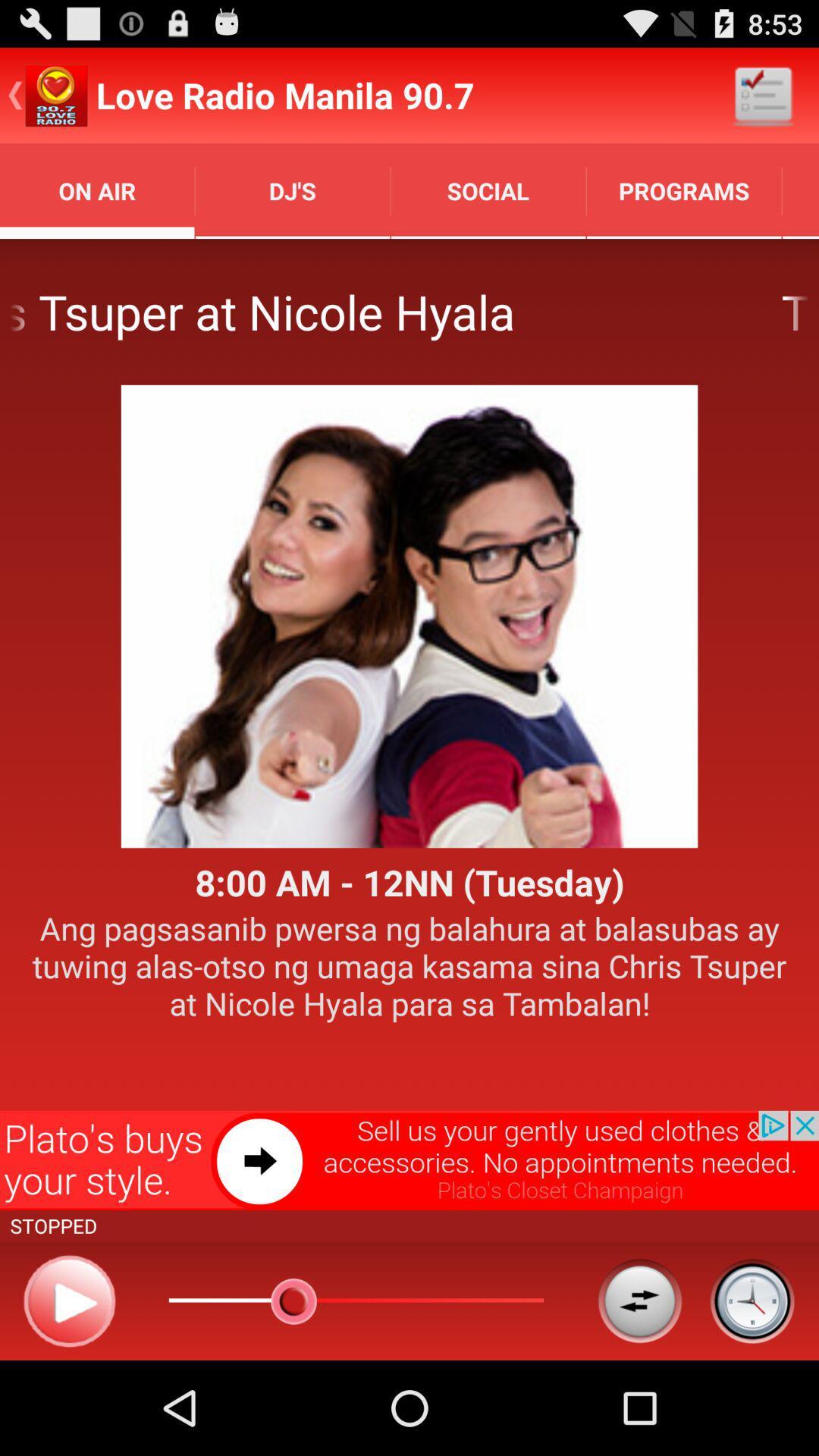  I want to click on play, so click(69, 1300).